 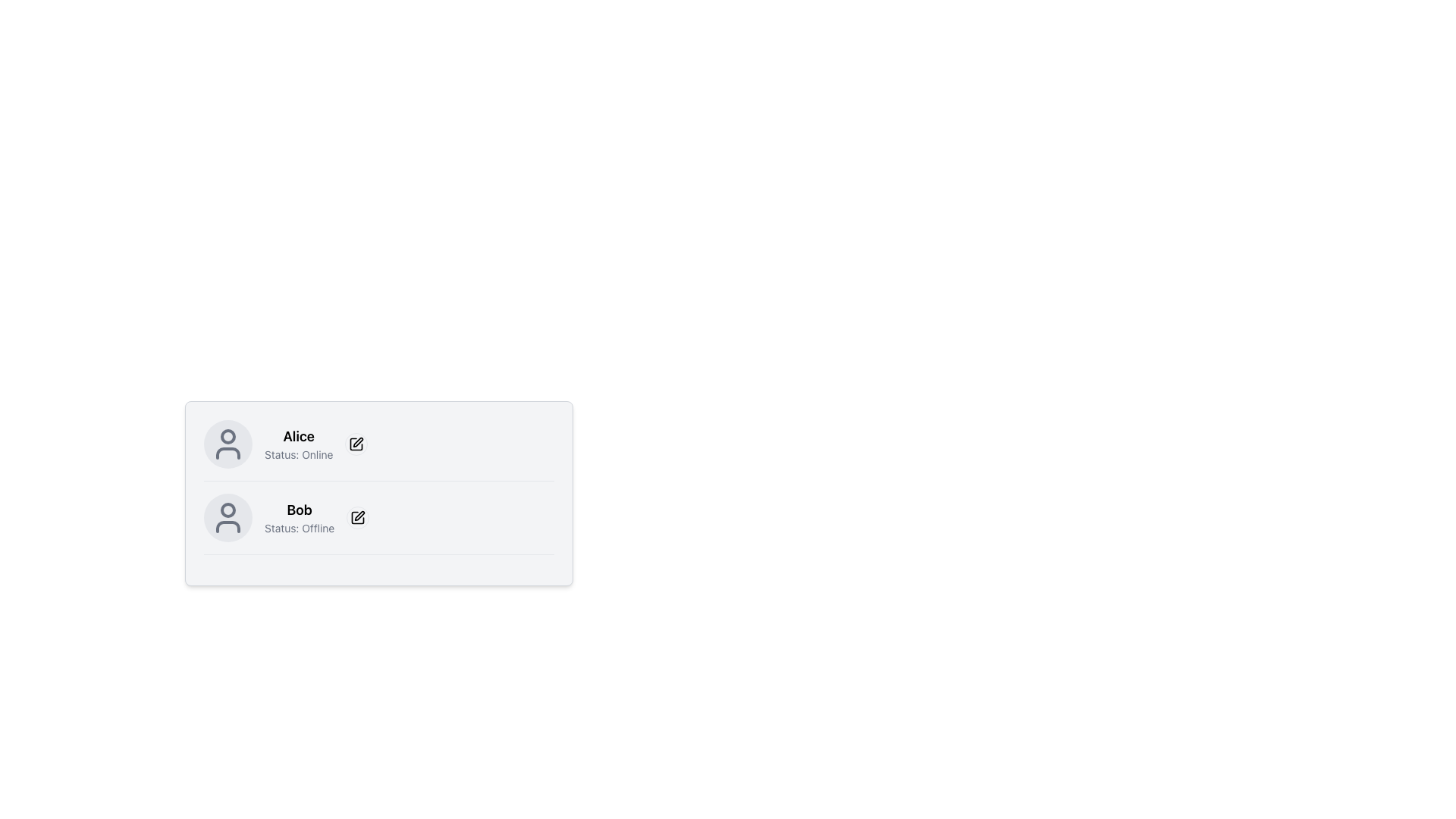 I want to click on the profile icon representing 'Alice', which is located within a rounded gray background at the top of the user list area, to the left of her name and status line, so click(x=227, y=444).